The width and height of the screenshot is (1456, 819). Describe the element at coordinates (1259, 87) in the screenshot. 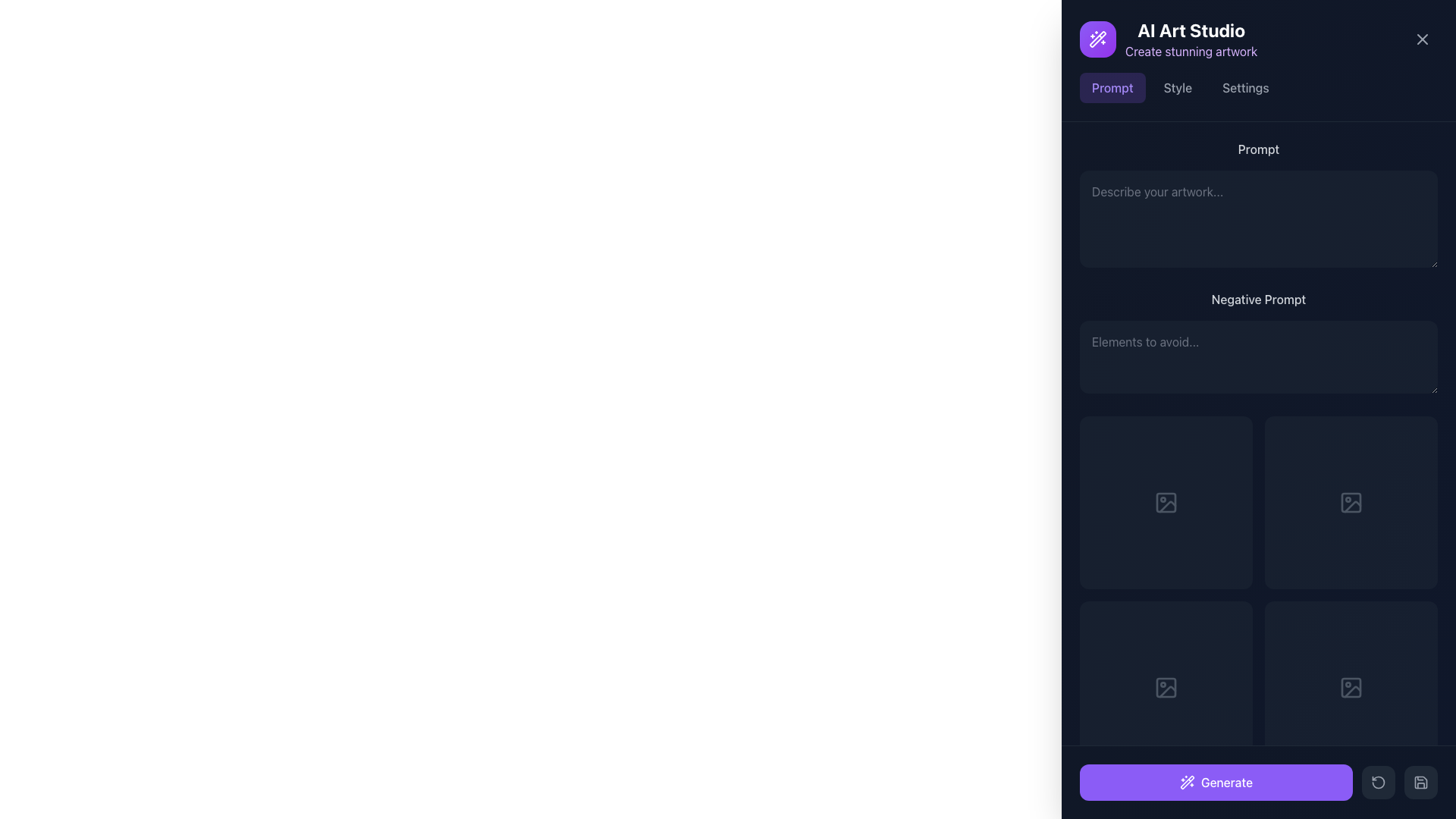

I see `the 'Settings' option in the horizontal navigation tabs of the AI Art Studio interface` at that location.